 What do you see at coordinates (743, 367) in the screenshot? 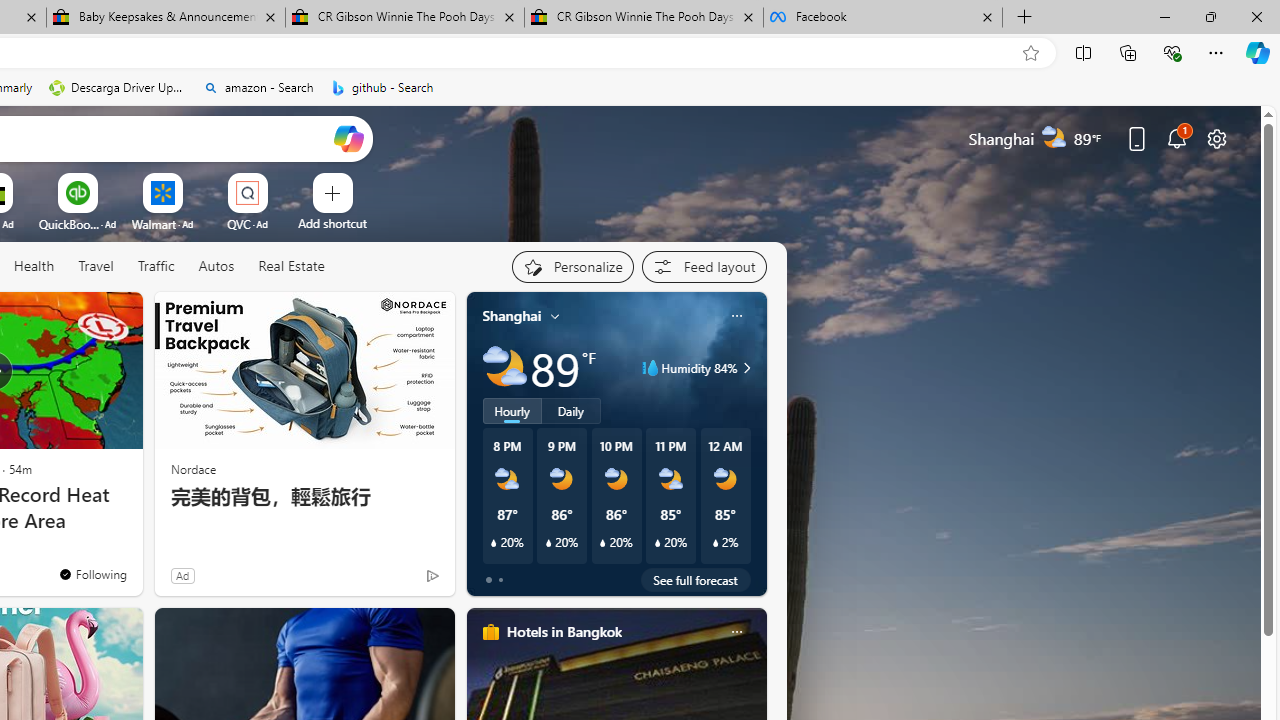
I see `'Humidity 84%'` at bounding box center [743, 367].